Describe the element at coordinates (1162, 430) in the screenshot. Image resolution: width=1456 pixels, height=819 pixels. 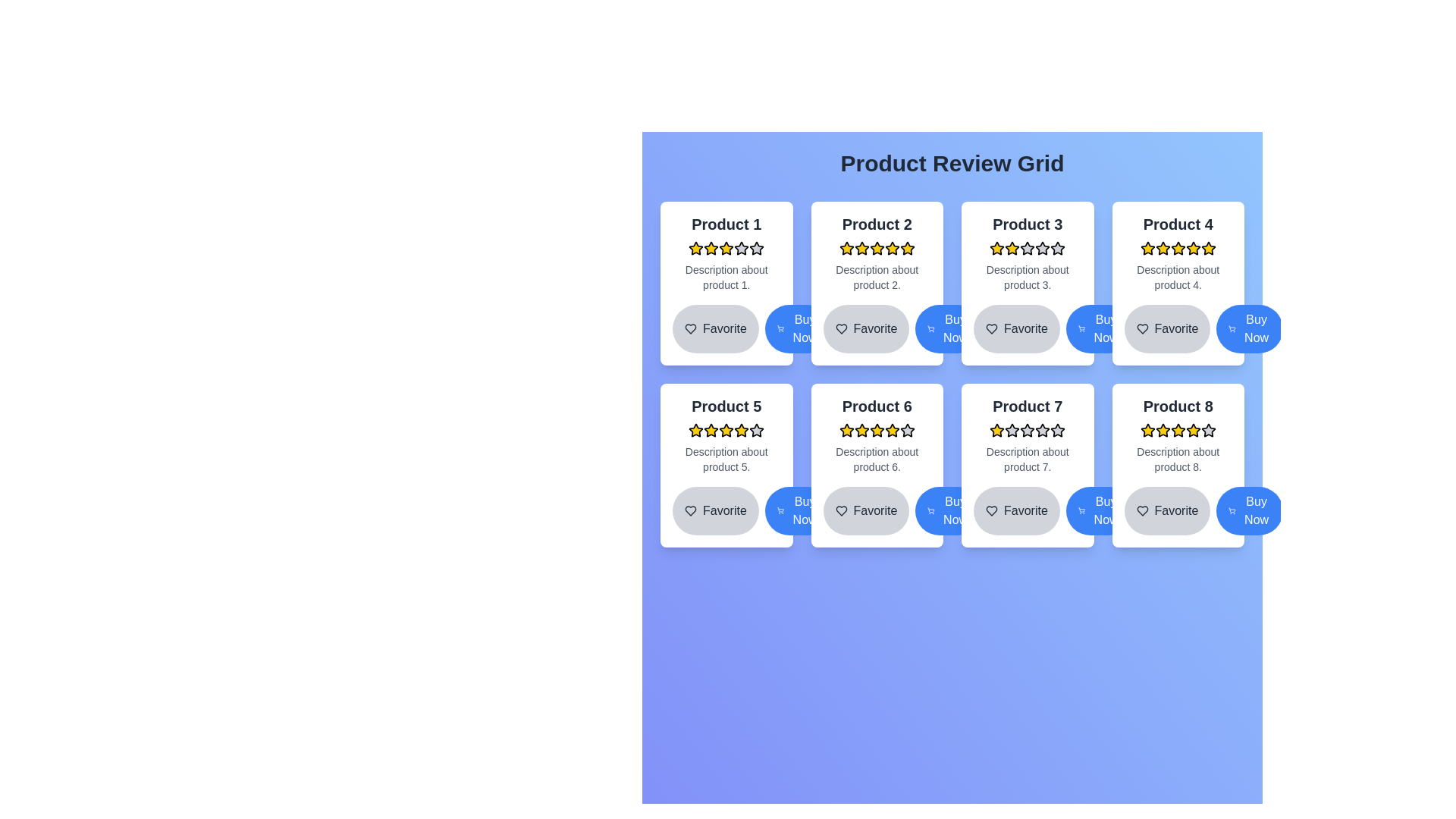
I see `the yellow star icon with a black outline, which is the third star in the rating section of the card for 'Product 8'` at that location.